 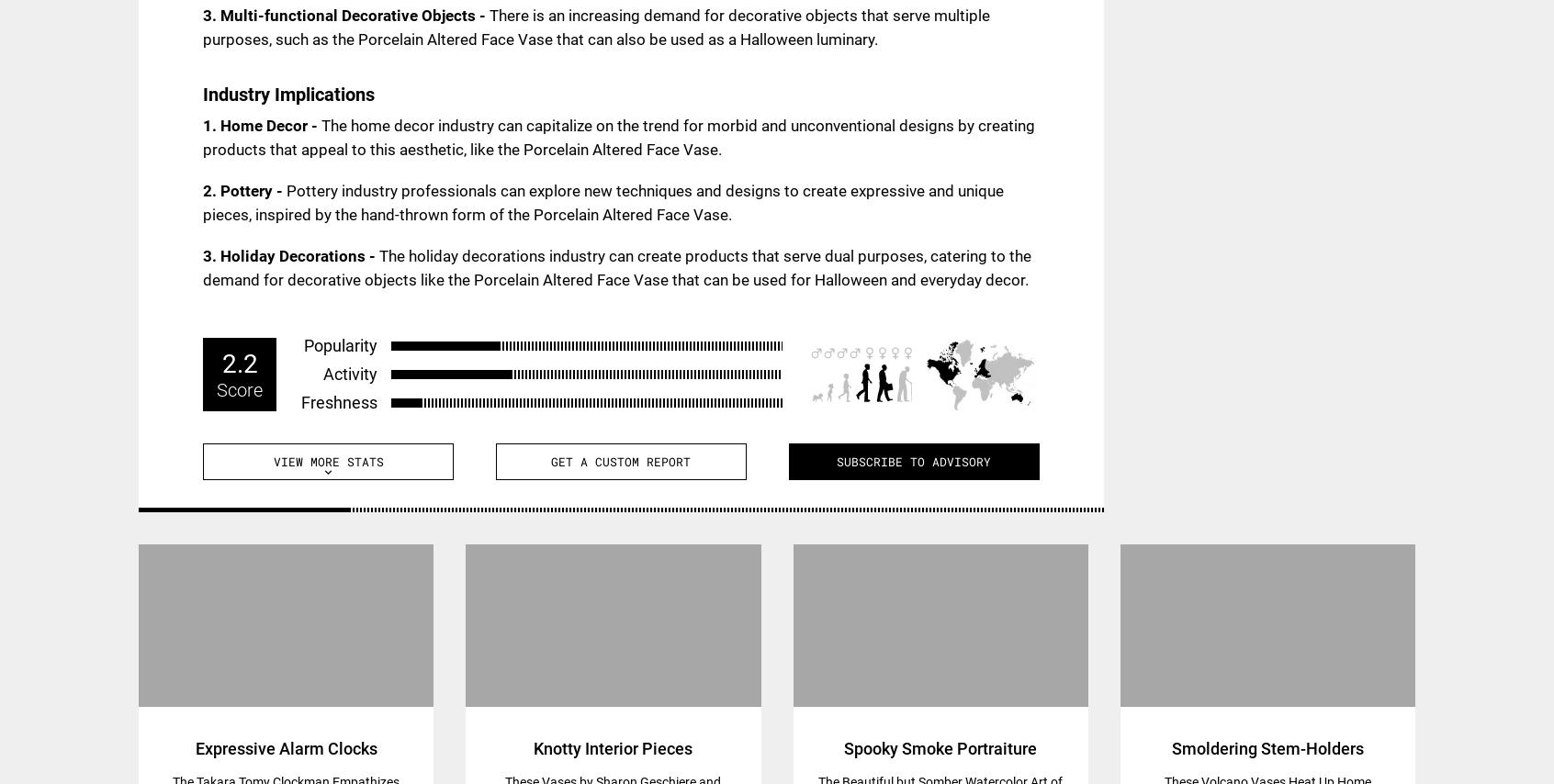 What do you see at coordinates (300, 401) in the screenshot?
I see `'Freshness'` at bounding box center [300, 401].